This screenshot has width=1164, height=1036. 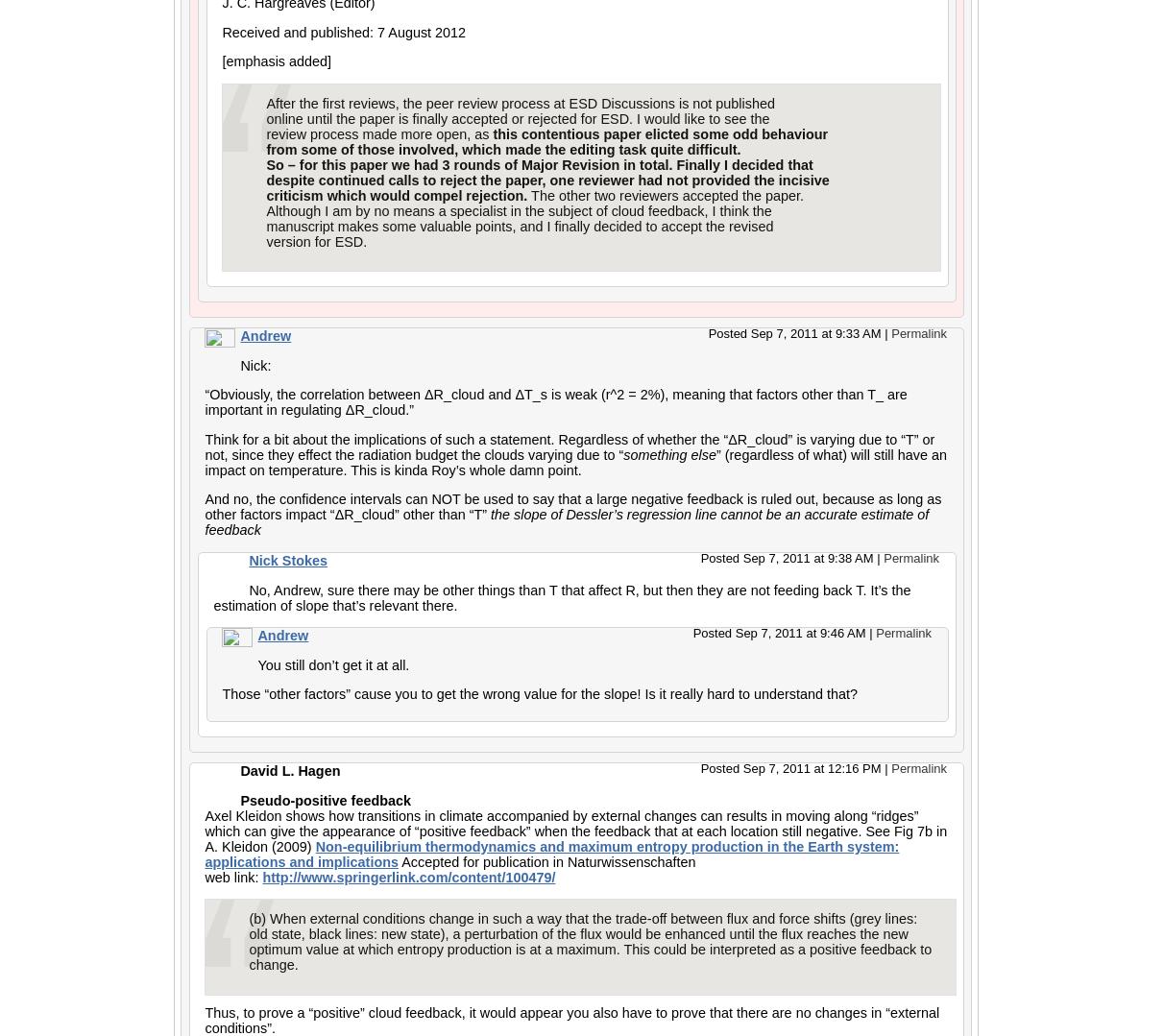 I want to click on 'despite continued calls to reject the paper, one reviewer had not provided the incisive', so click(x=547, y=179).